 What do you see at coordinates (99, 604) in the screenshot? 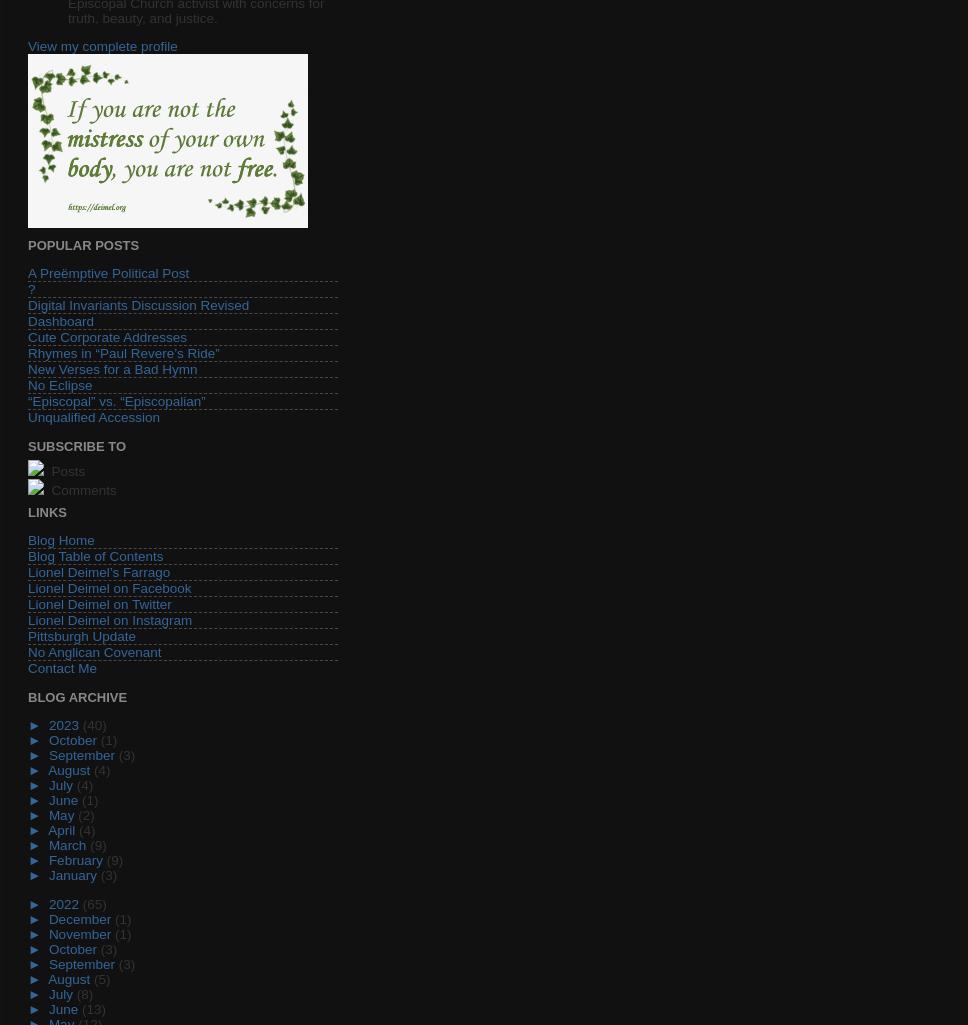
I see `'Lionel Deimel on Twitter'` at bounding box center [99, 604].